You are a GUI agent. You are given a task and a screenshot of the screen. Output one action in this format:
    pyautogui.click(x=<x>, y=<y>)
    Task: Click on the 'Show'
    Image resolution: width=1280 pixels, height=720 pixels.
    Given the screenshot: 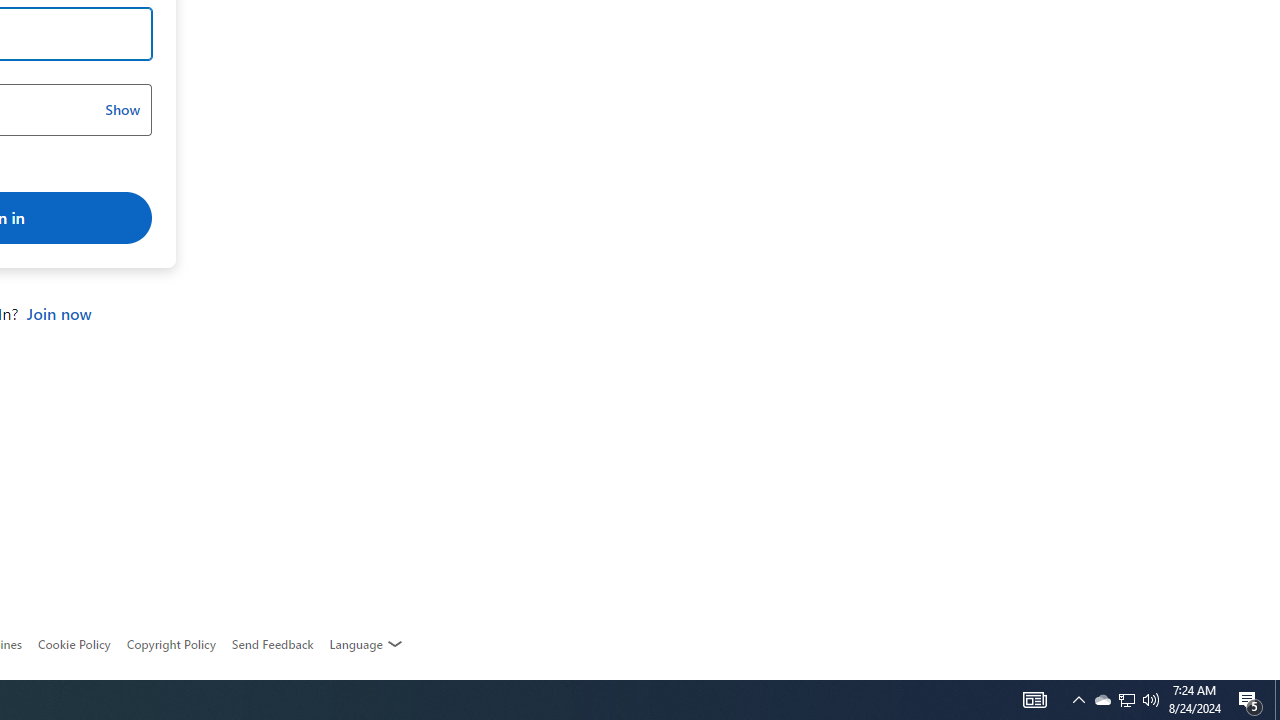 What is the action you would take?
    pyautogui.click(x=121, y=110)
    